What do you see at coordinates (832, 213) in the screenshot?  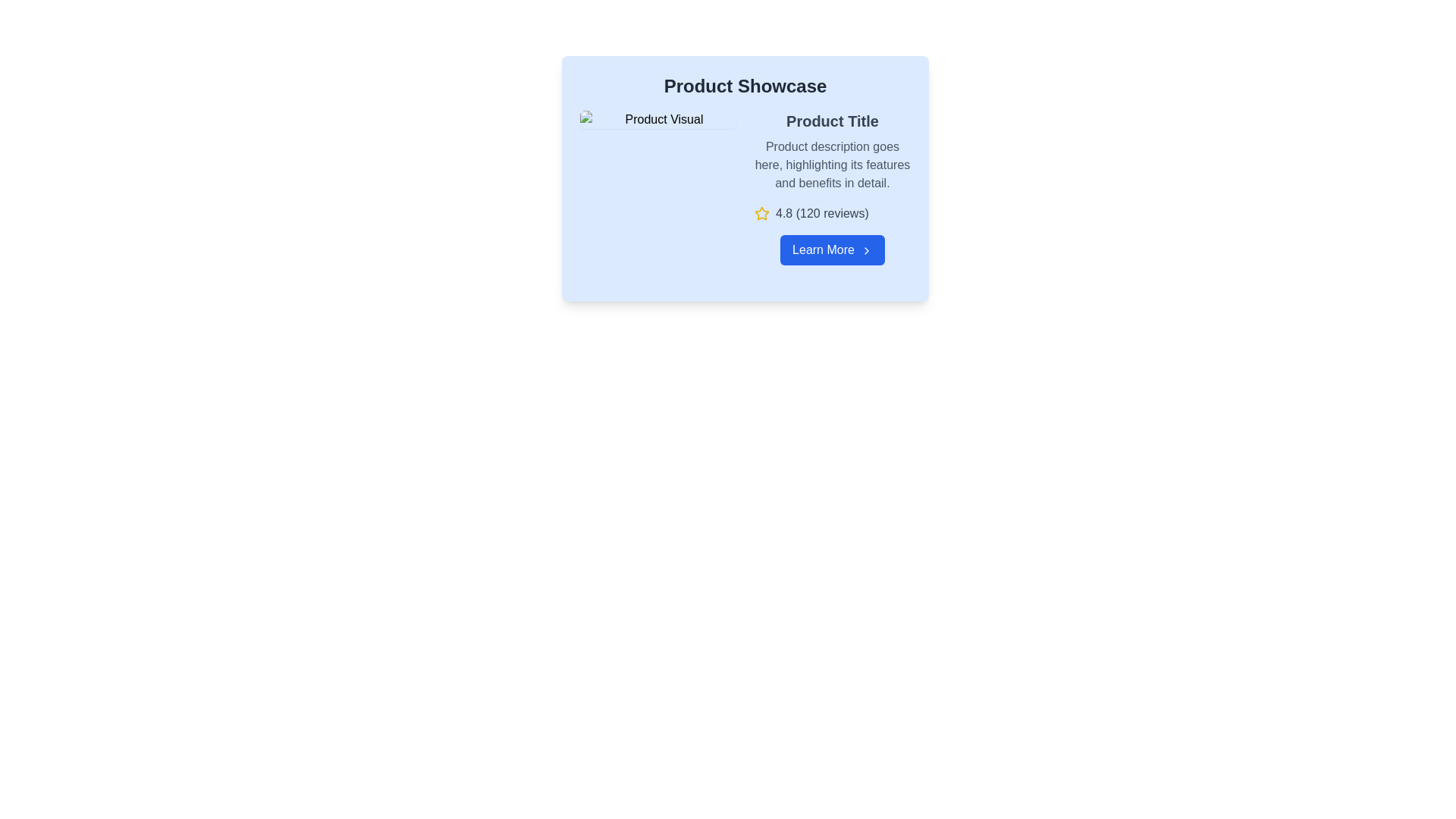 I see `the Rating display element that shows a star icon and the text '4.8 (120 reviews)', located between the product description and the 'Learn More' button` at bounding box center [832, 213].